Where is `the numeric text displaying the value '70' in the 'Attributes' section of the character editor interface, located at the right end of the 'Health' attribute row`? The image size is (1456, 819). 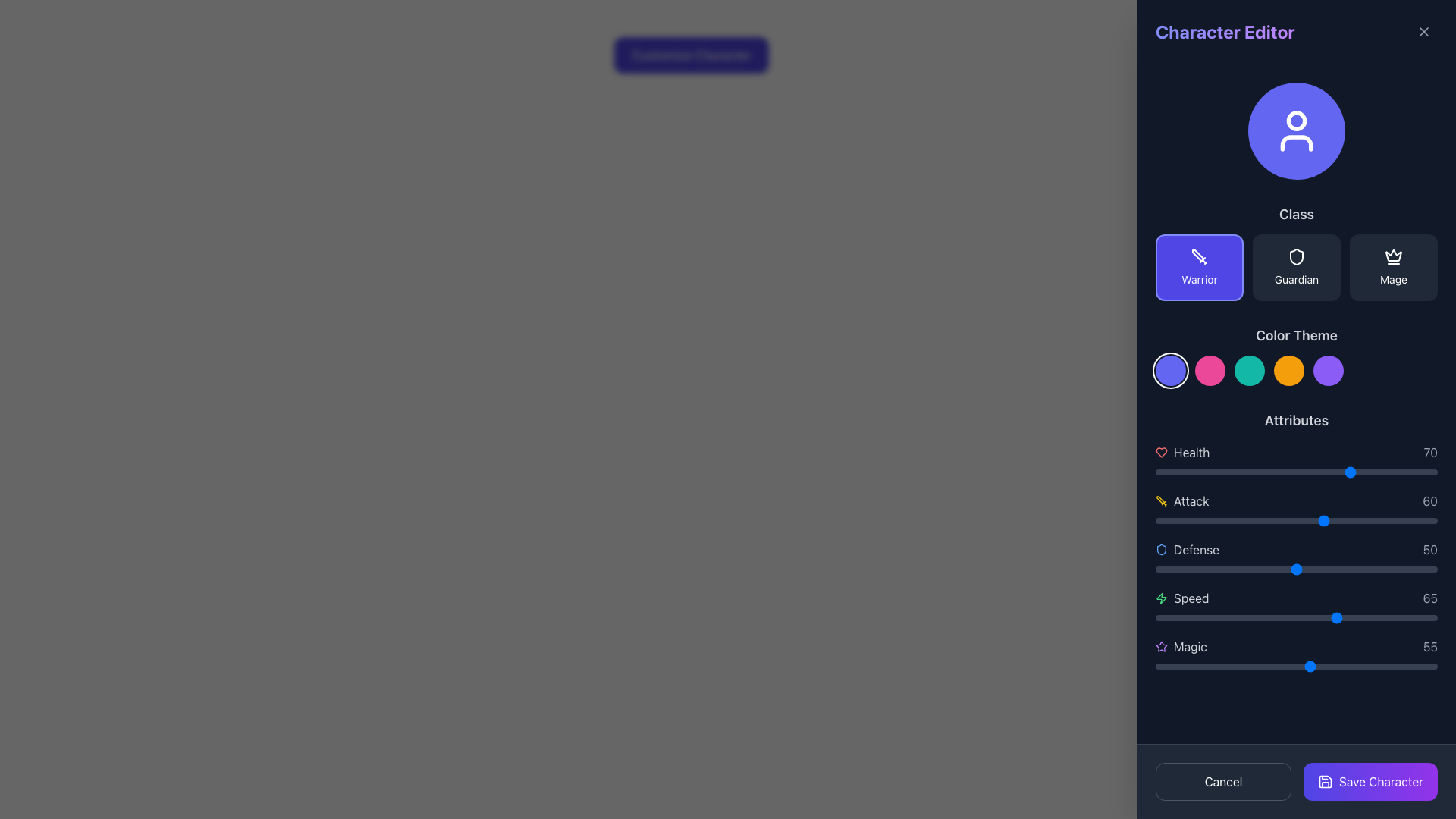
the numeric text displaying the value '70' in the 'Attributes' section of the character editor interface, located at the right end of the 'Health' attribute row is located at coordinates (1429, 452).